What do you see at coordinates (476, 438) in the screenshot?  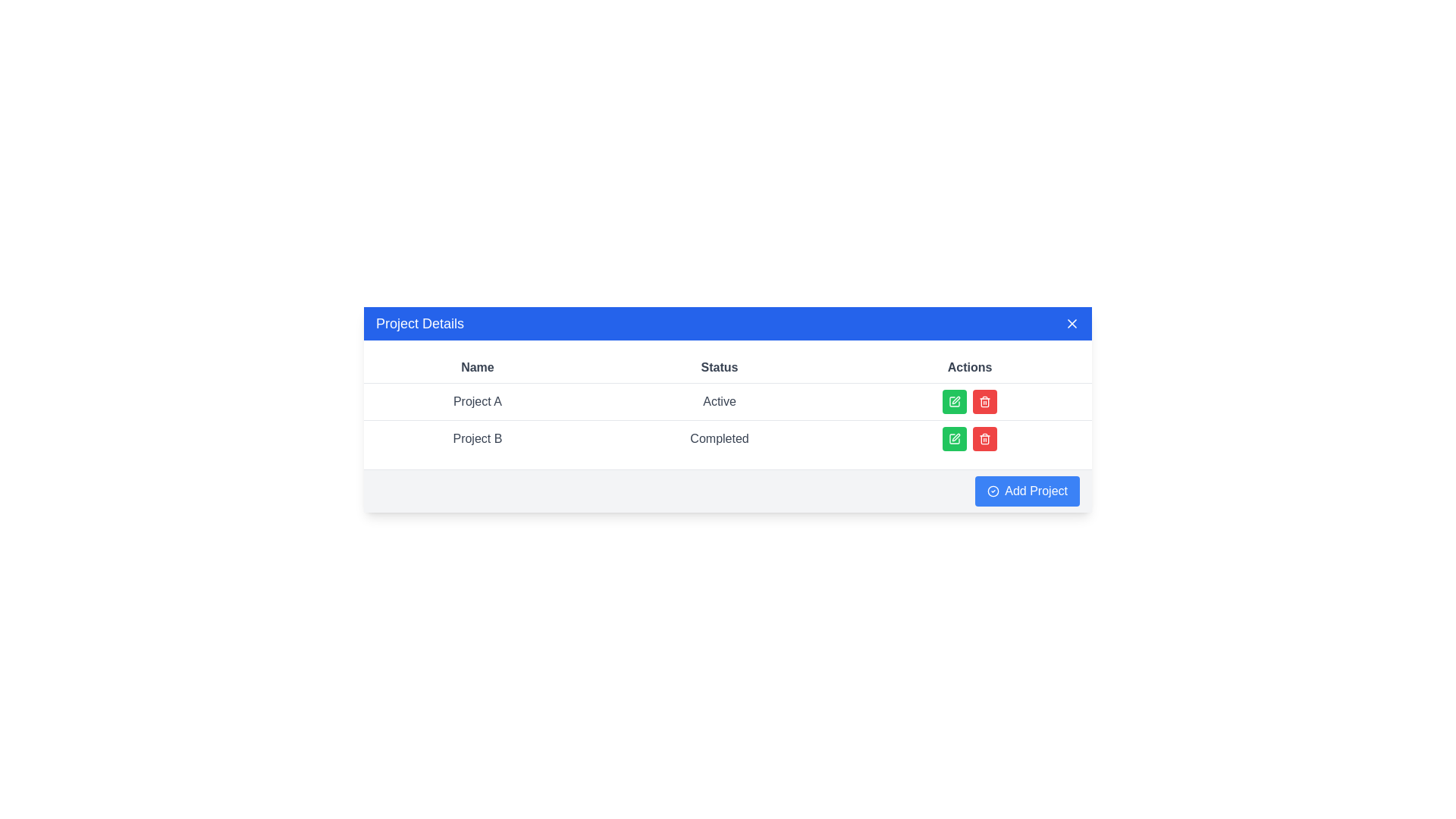 I see `the text label representing 'Project B' in the 'Name' column, located in the second row of the table` at bounding box center [476, 438].